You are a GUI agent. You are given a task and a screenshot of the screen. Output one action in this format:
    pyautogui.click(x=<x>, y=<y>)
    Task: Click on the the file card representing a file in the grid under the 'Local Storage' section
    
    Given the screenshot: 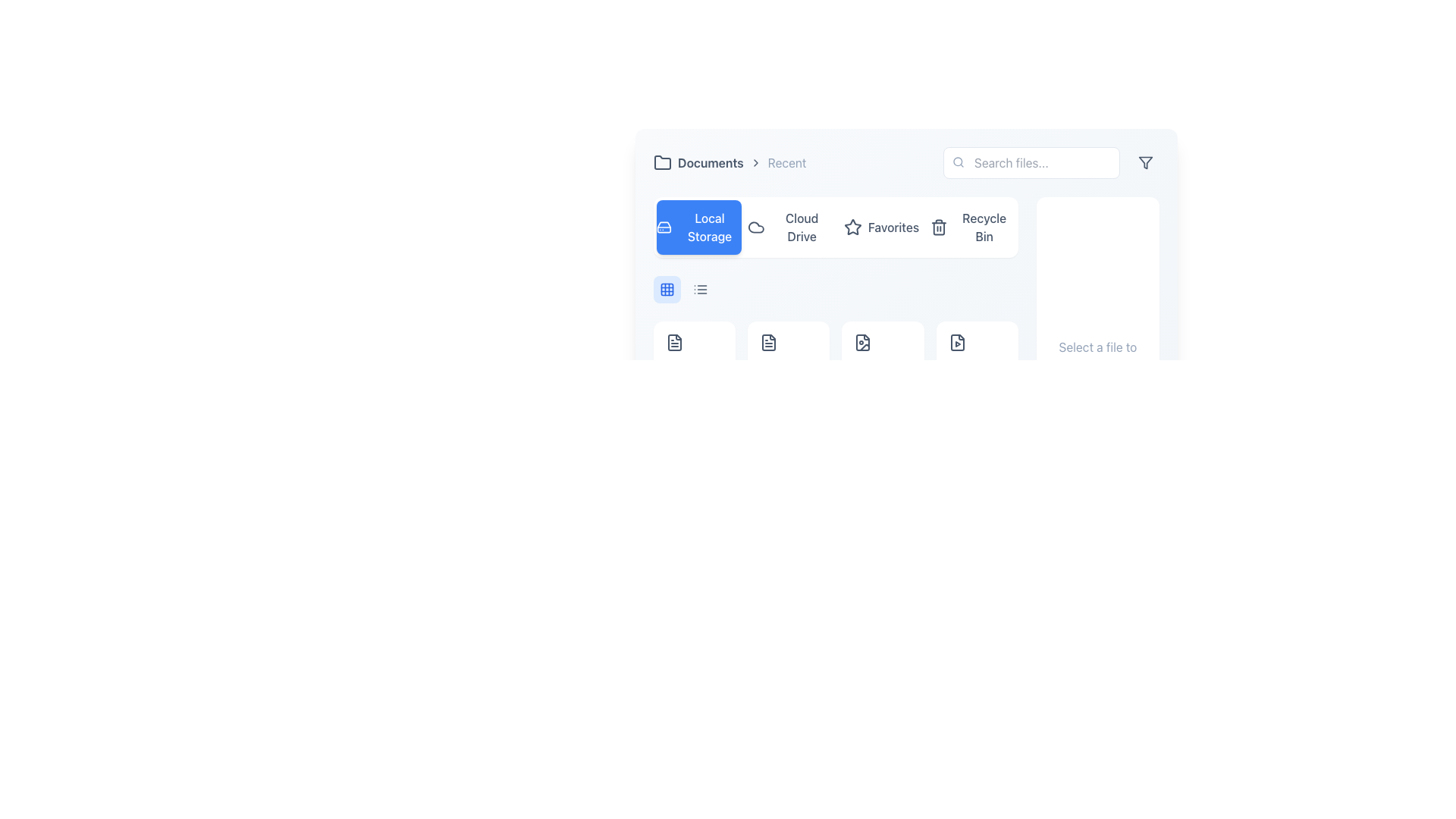 What is the action you would take?
    pyautogui.click(x=789, y=366)
    